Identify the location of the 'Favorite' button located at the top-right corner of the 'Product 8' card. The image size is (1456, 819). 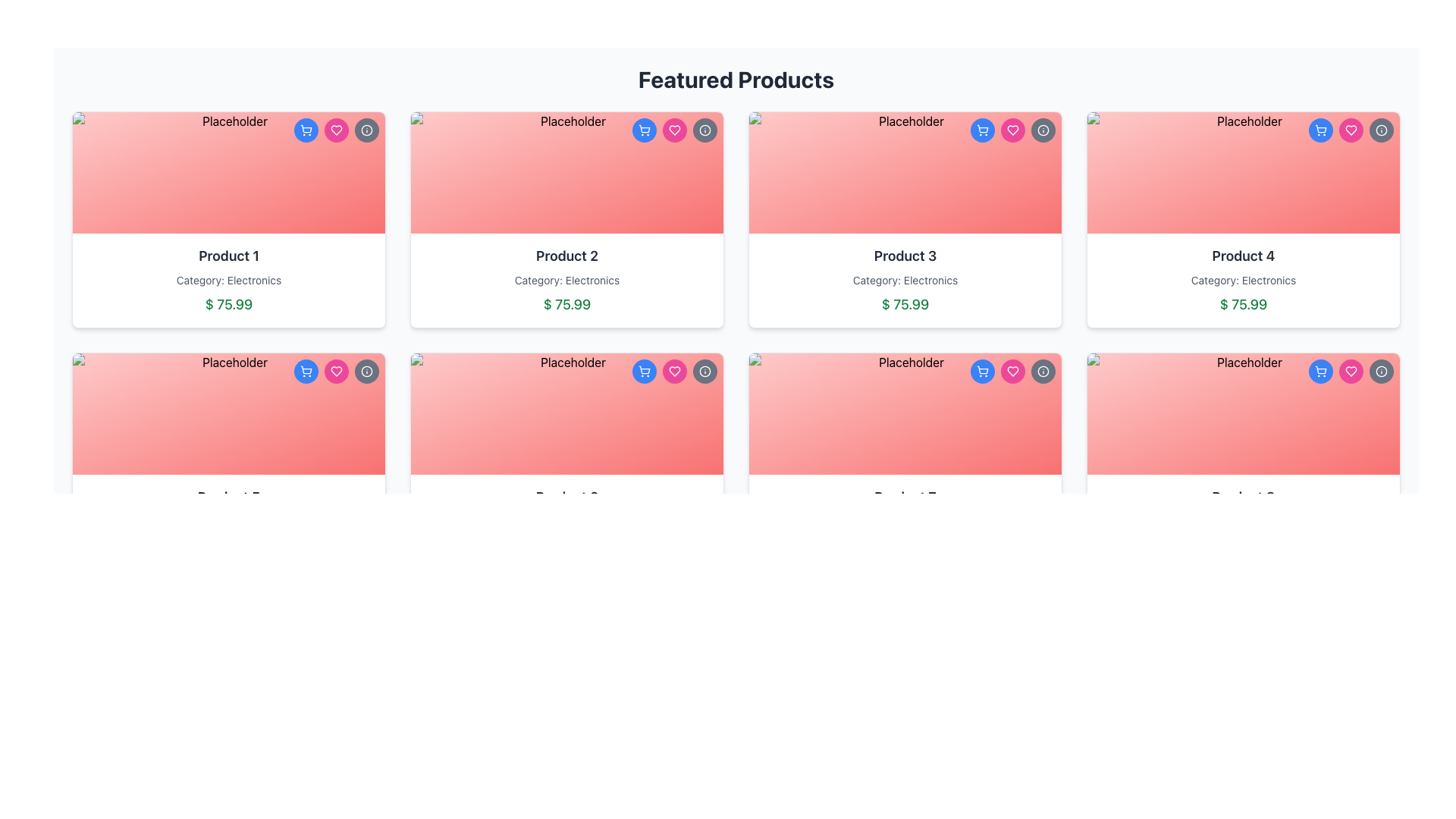
(1351, 371).